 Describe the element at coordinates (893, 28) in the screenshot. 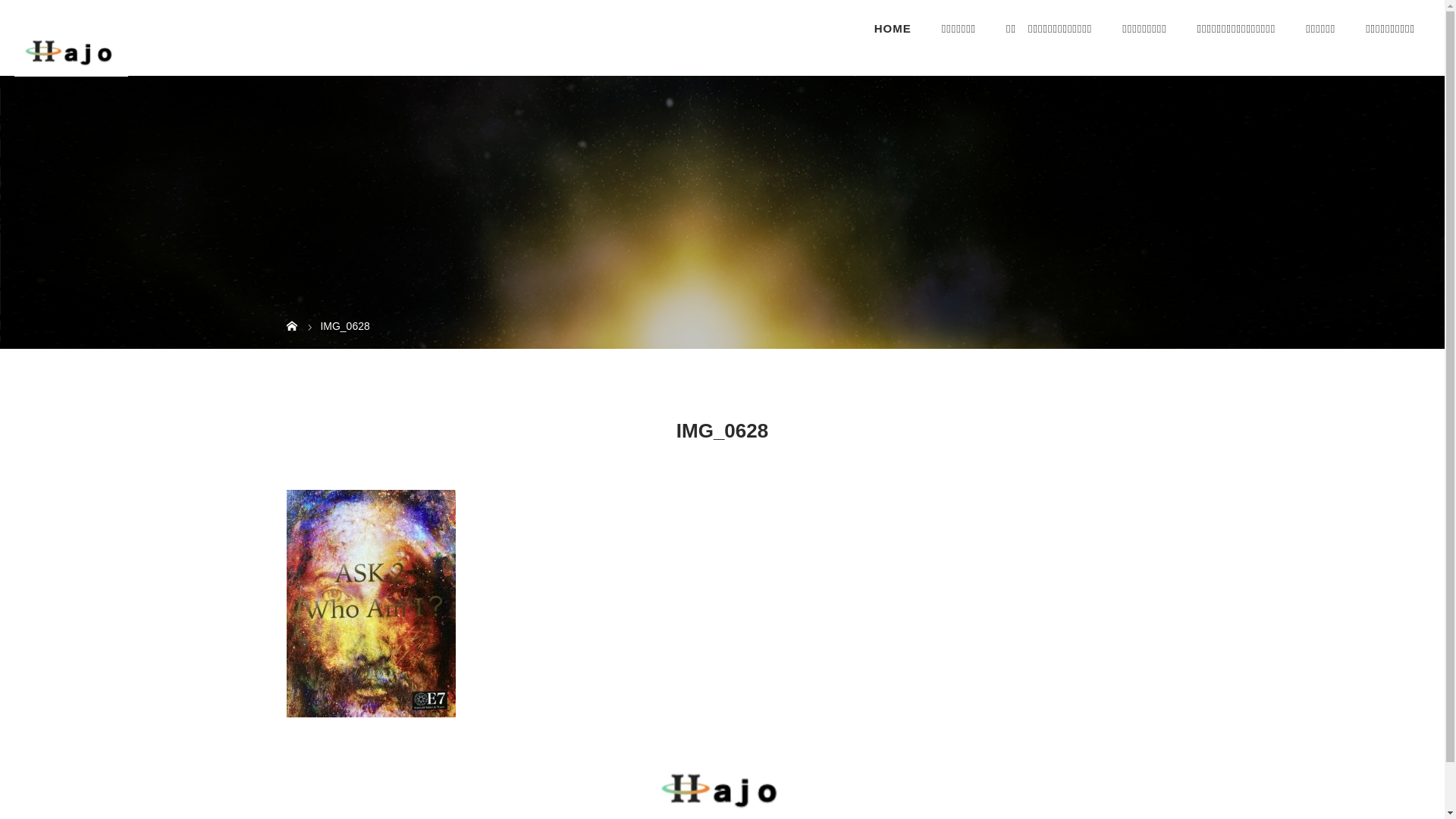

I see `'HOME'` at that location.